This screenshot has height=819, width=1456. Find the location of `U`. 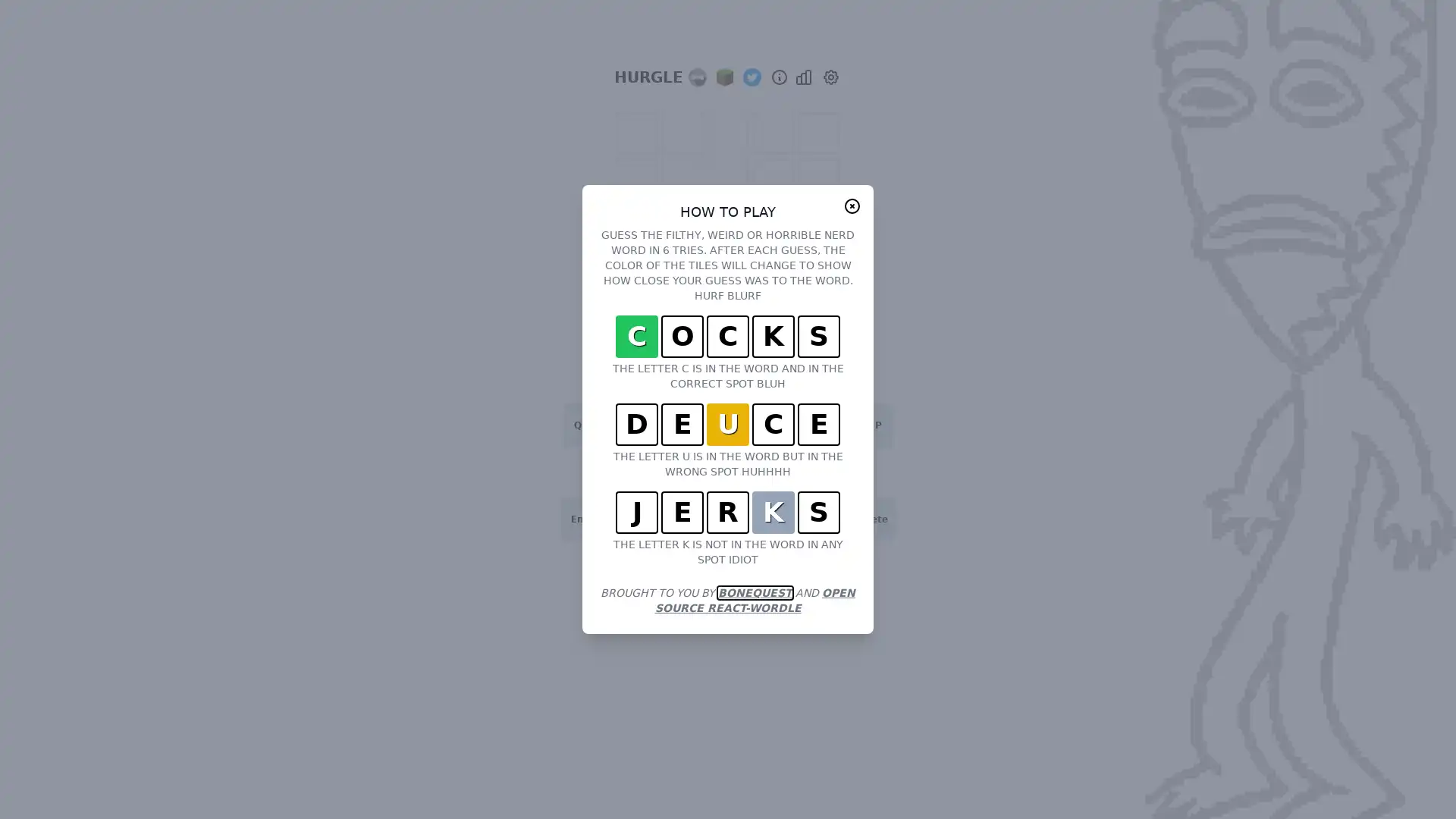

U is located at coordinates (778, 425).